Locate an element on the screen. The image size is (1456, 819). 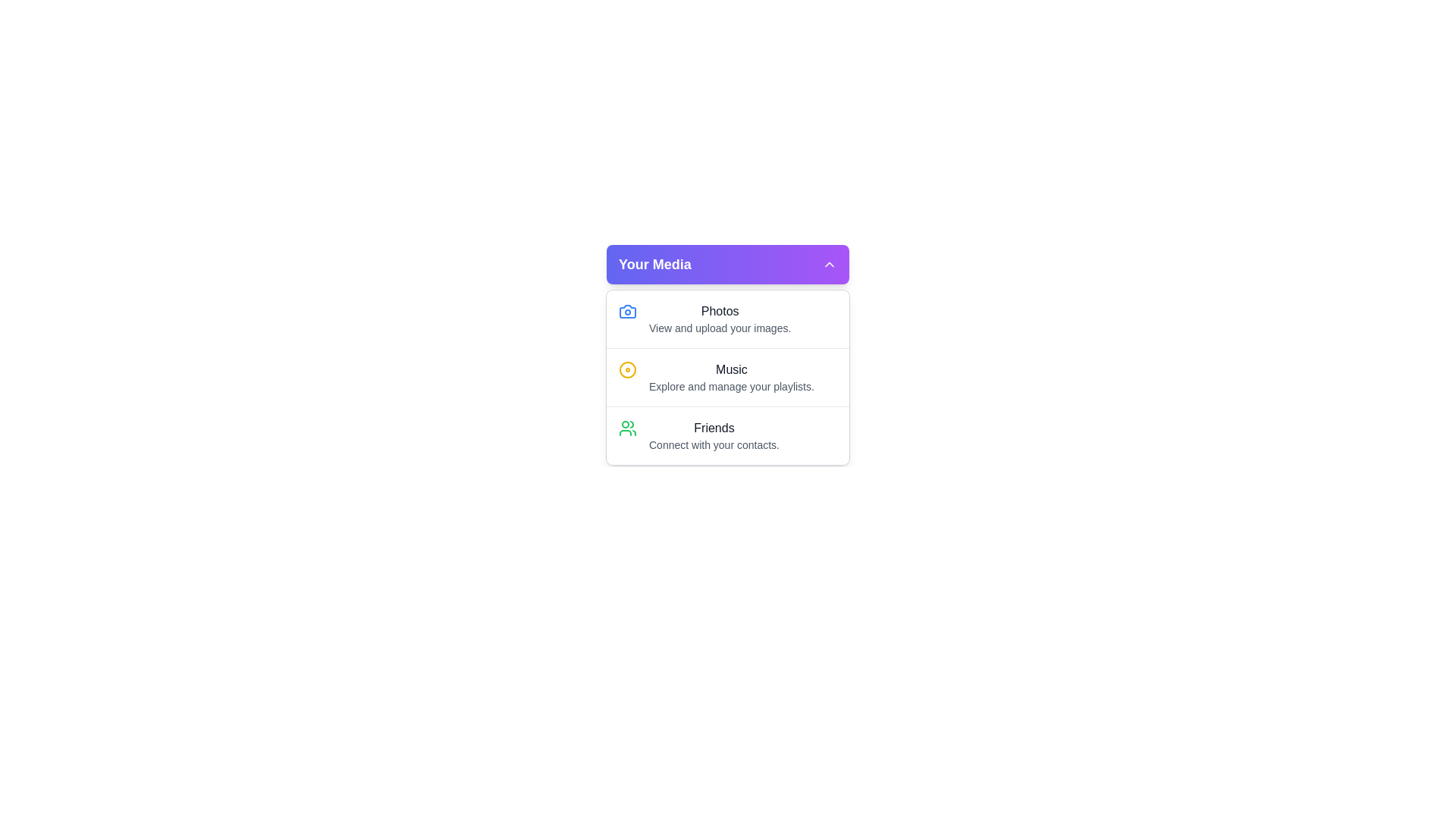
the outer decorative circle element that serves as a boundary for the 'Music' icon in the vertically stacked options menu is located at coordinates (628, 370).